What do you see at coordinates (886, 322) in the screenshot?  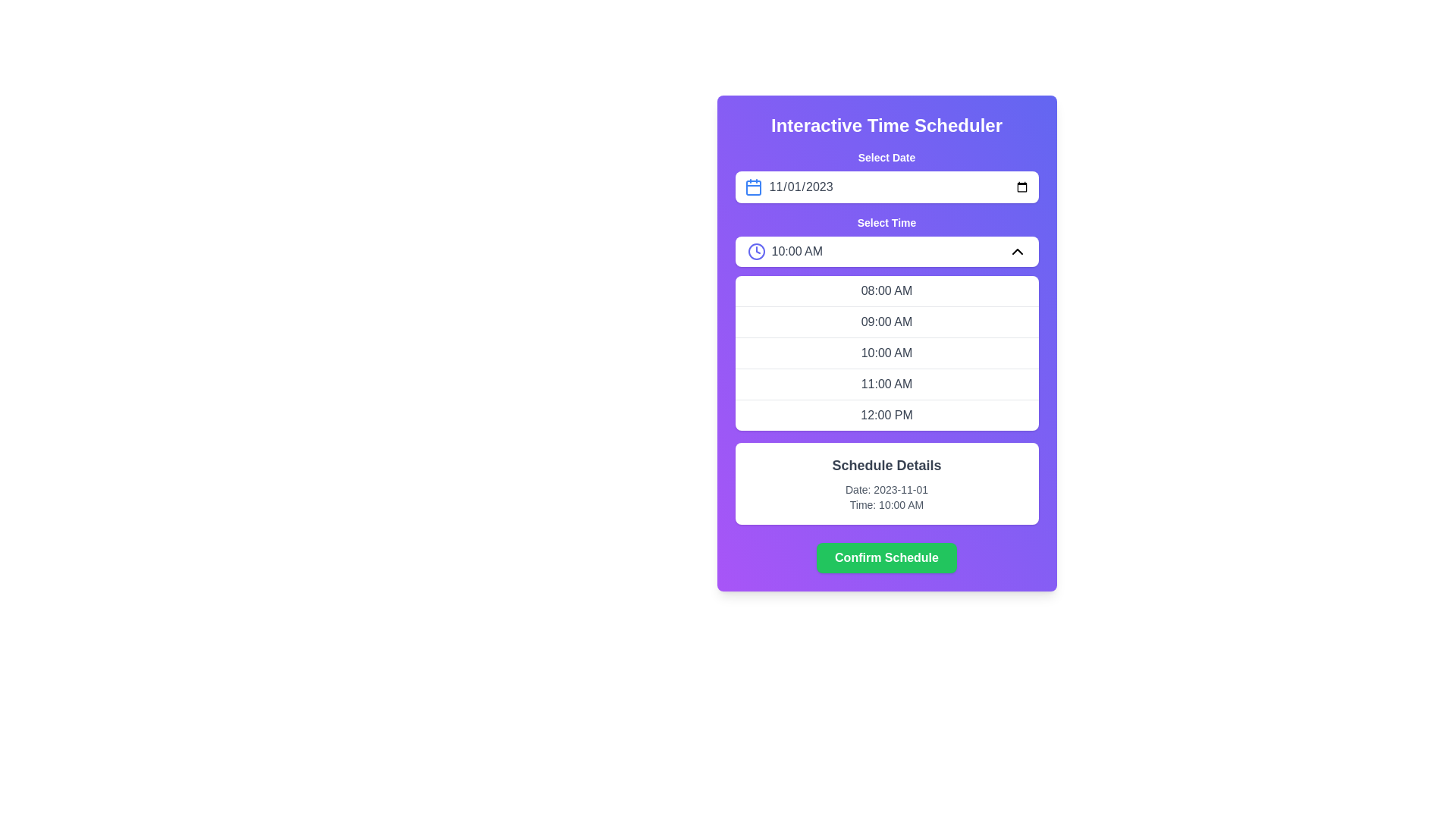 I see `the individual time slot in the dropdown menu located under the 'Select Time' section` at bounding box center [886, 322].